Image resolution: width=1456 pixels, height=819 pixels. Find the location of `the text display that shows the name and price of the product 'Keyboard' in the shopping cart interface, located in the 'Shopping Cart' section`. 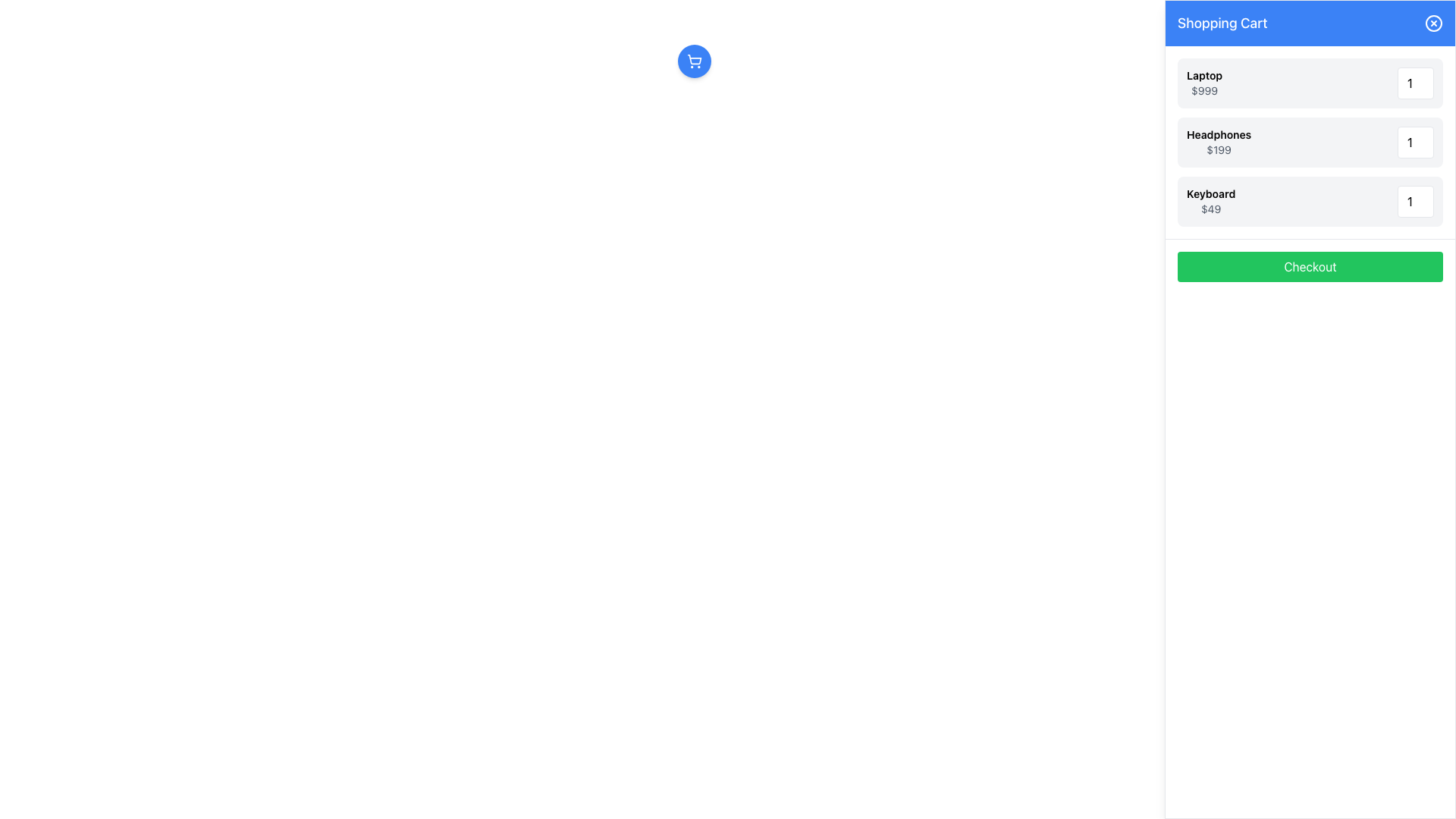

the text display that shows the name and price of the product 'Keyboard' in the shopping cart interface, located in the 'Shopping Cart' section is located at coordinates (1210, 201).